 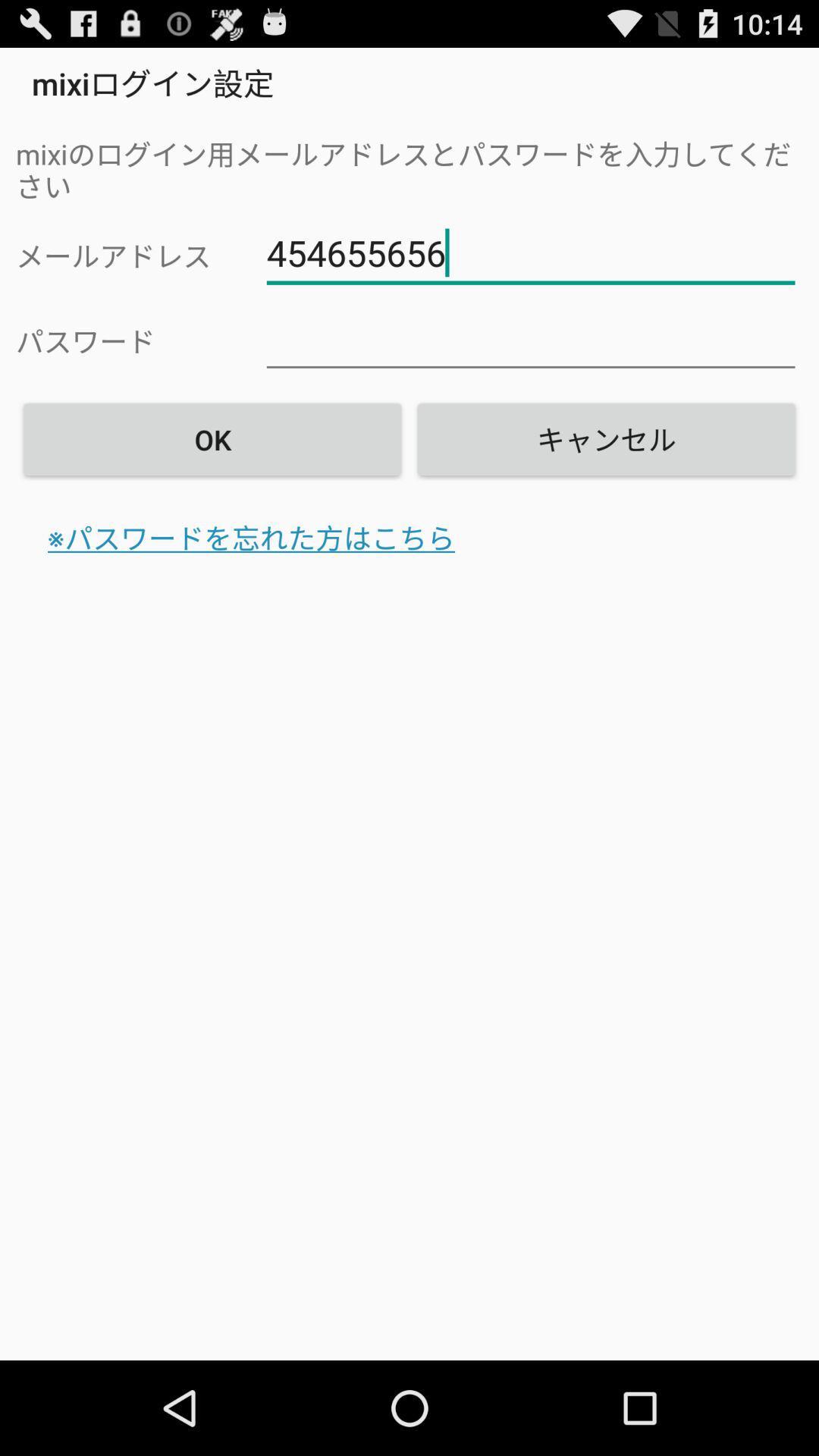 What do you see at coordinates (530, 253) in the screenshot?
I see `the 454655656` at bounding box center [530, 253].